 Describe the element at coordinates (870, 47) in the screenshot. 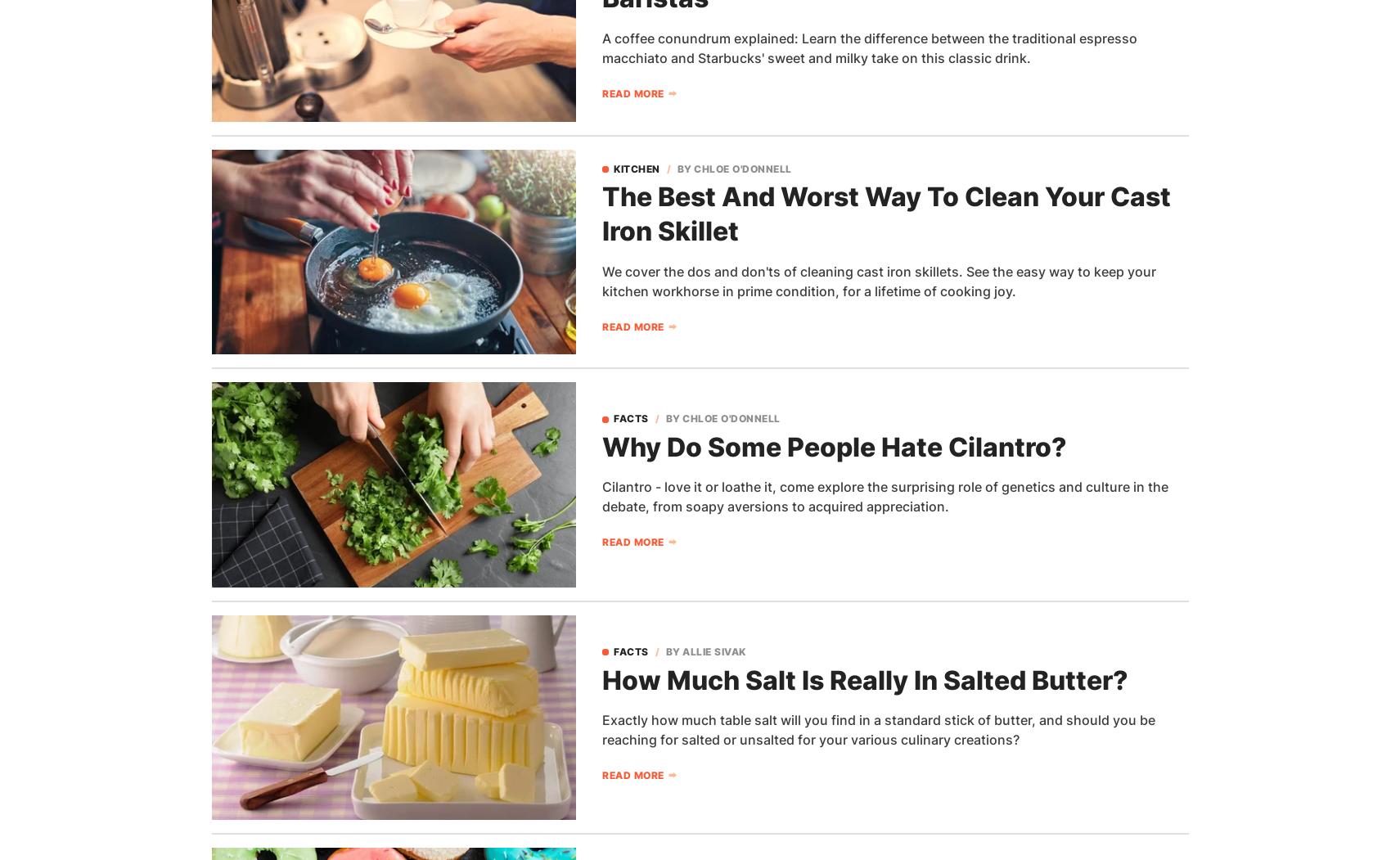

I see `'A coffee conundrum explained: Learn the difference between the traditional espresso macchiato and Starbucks' sweet and milky take on this classic drink.'` at that location.